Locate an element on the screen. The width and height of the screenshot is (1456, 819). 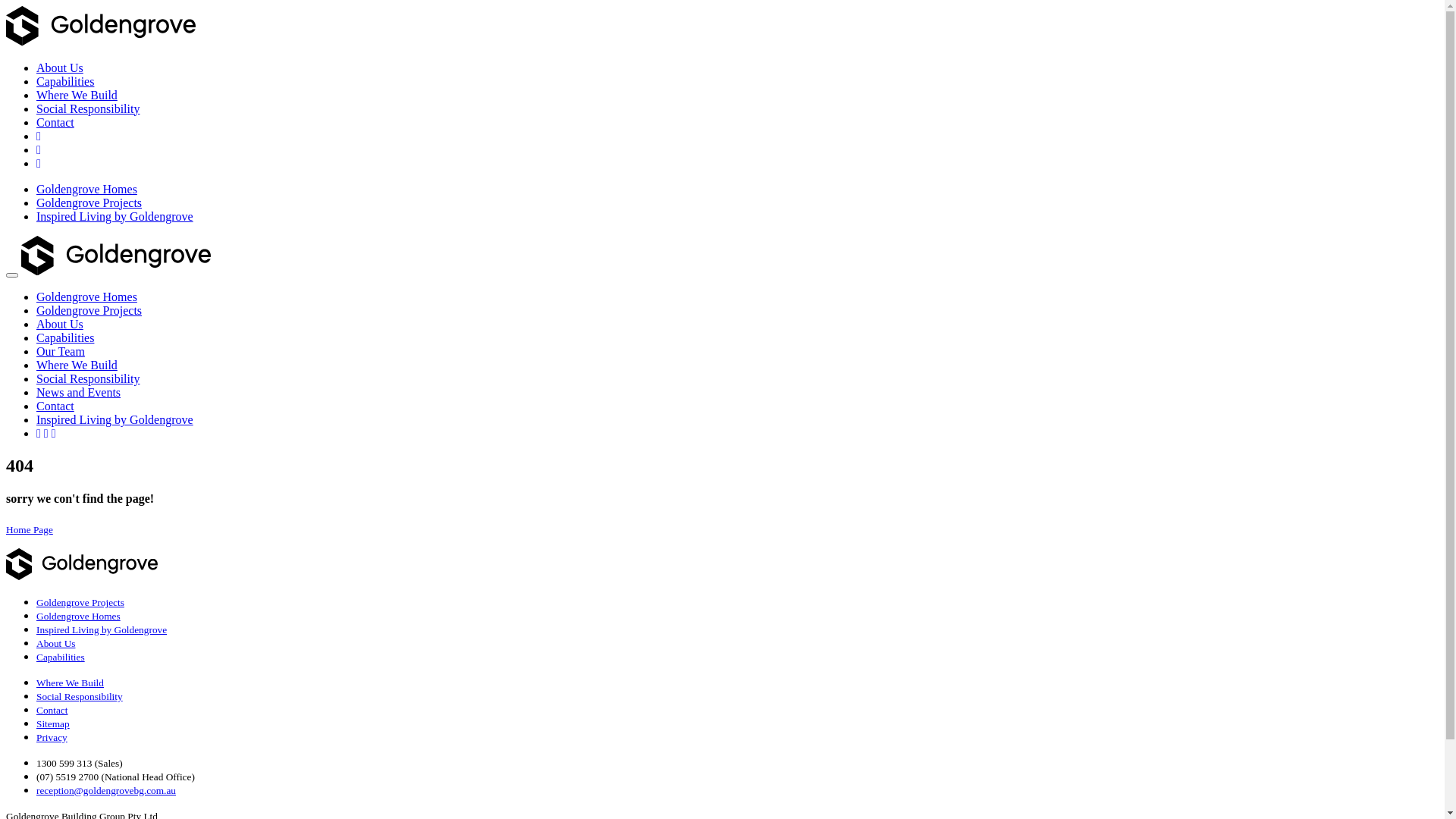
'reception@goldengrovebg.com.au' is located at coordinates (36, 789).